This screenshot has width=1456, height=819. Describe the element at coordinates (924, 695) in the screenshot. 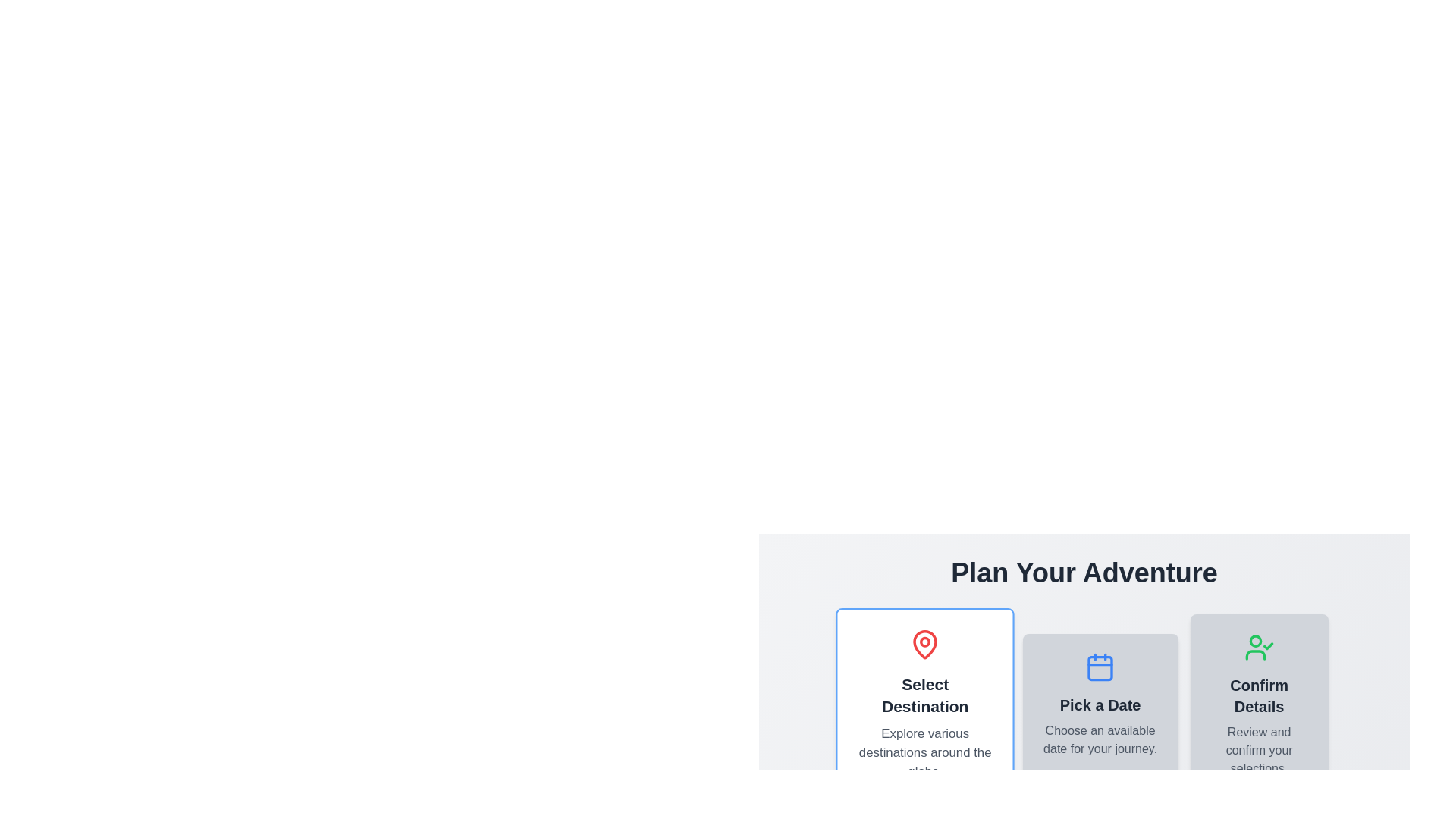

I see `the text element displaying 'Select Destination', which is a bold, larger font styled in grayish-black, located beneath a map pin icon` at that location.